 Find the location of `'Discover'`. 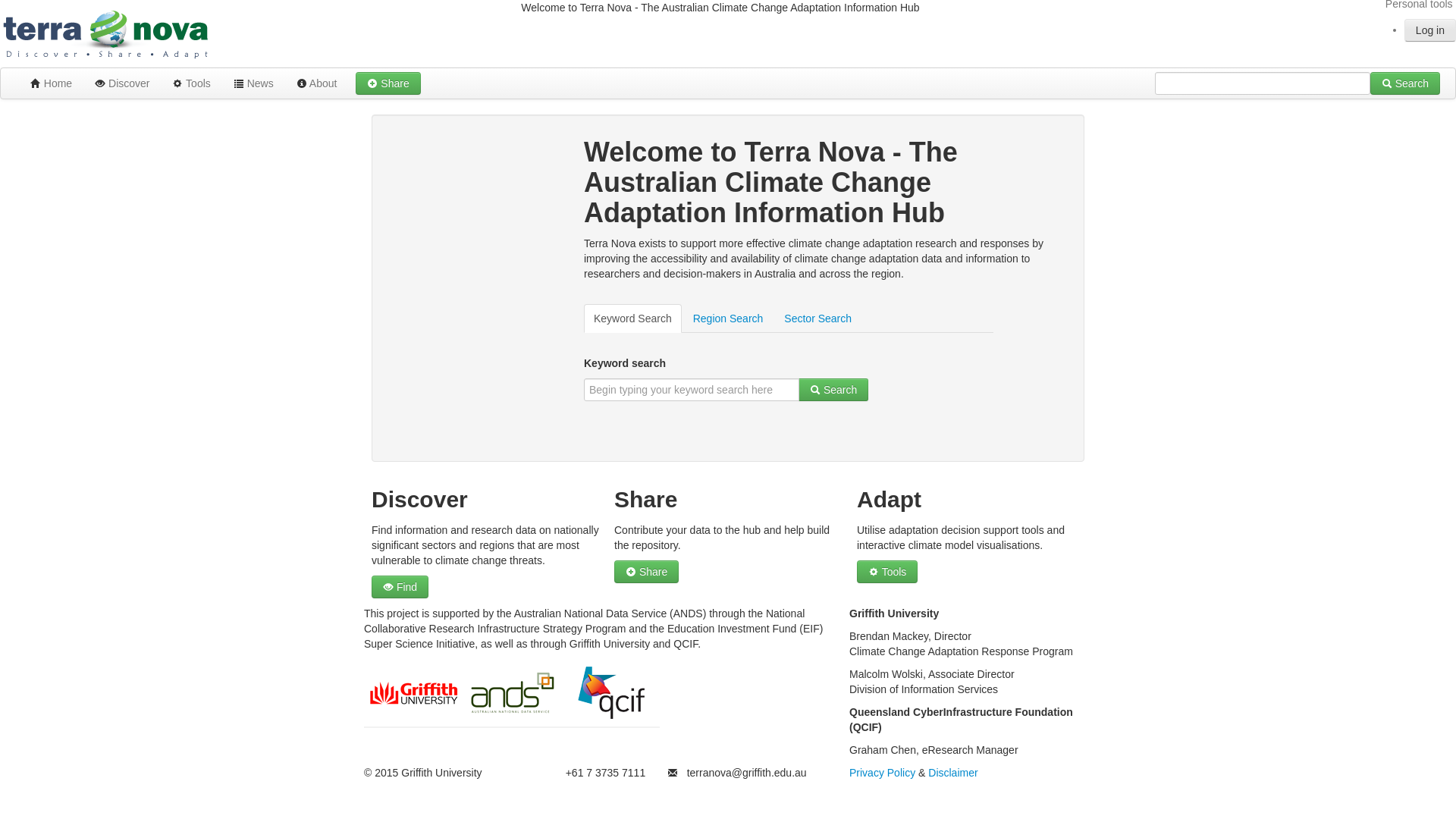

'Discover' is located at coordinates (122, 83).